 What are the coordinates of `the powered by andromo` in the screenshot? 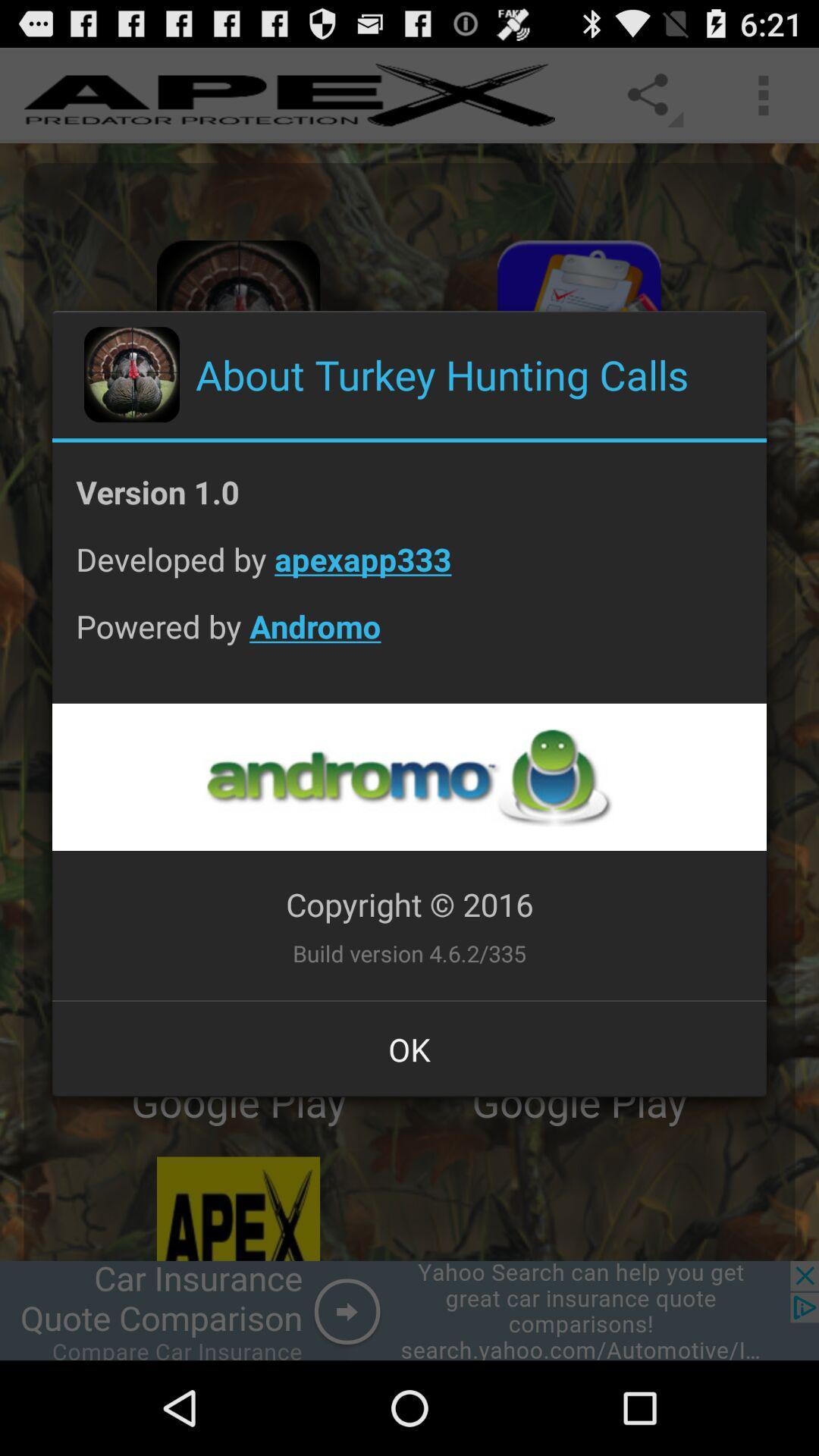 It's located at (409, 638).